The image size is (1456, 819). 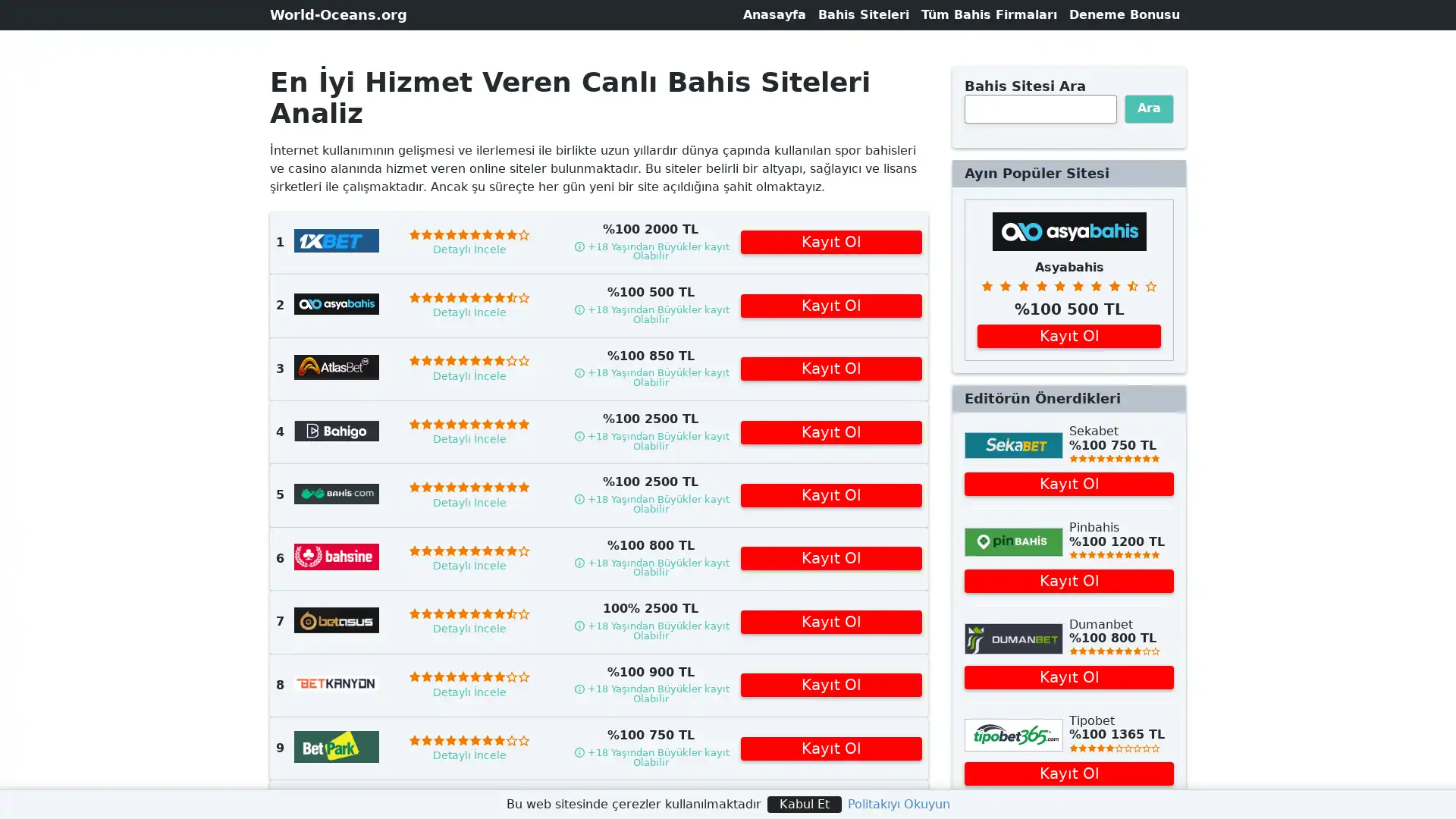 What do you see at coordinates (650, 250) in the screenshot?
I see `Load terms and conditions` at bounding box center [650, 250].